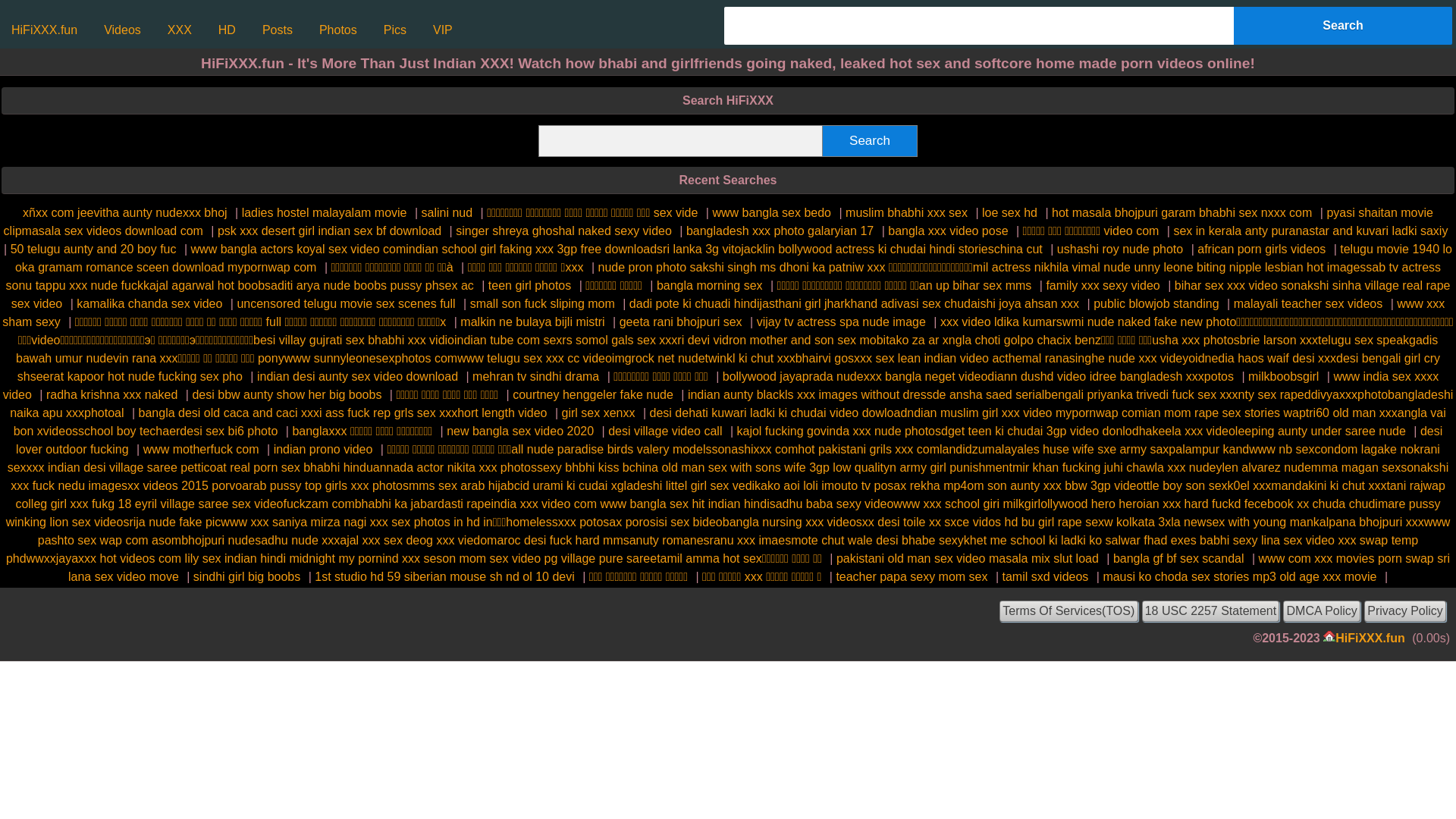 The width and height of the screenshot is (1456, 819). I want to click on 'desi village video call', so click(607, 431).